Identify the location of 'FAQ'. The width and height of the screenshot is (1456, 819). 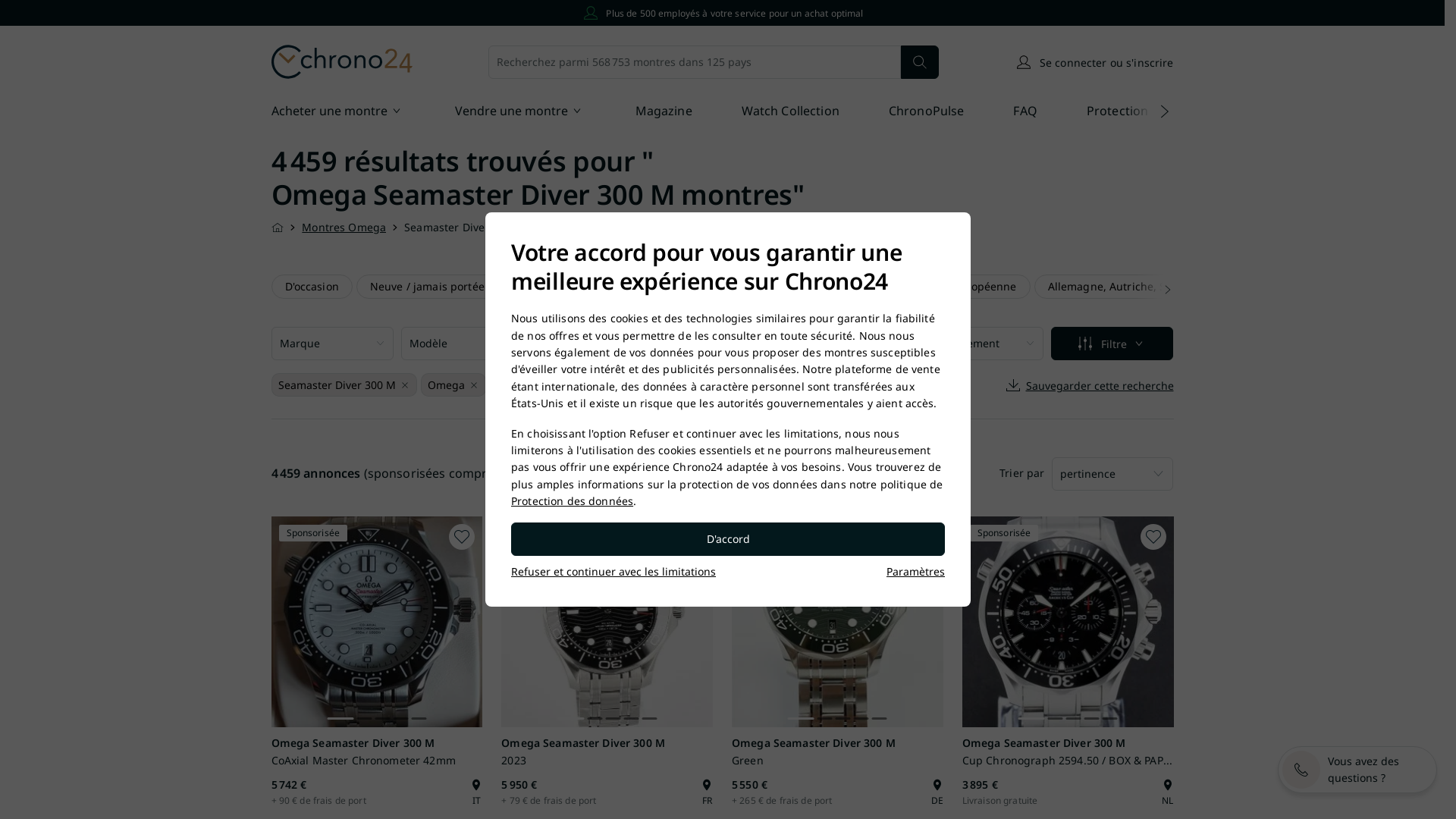
(1025, 111).